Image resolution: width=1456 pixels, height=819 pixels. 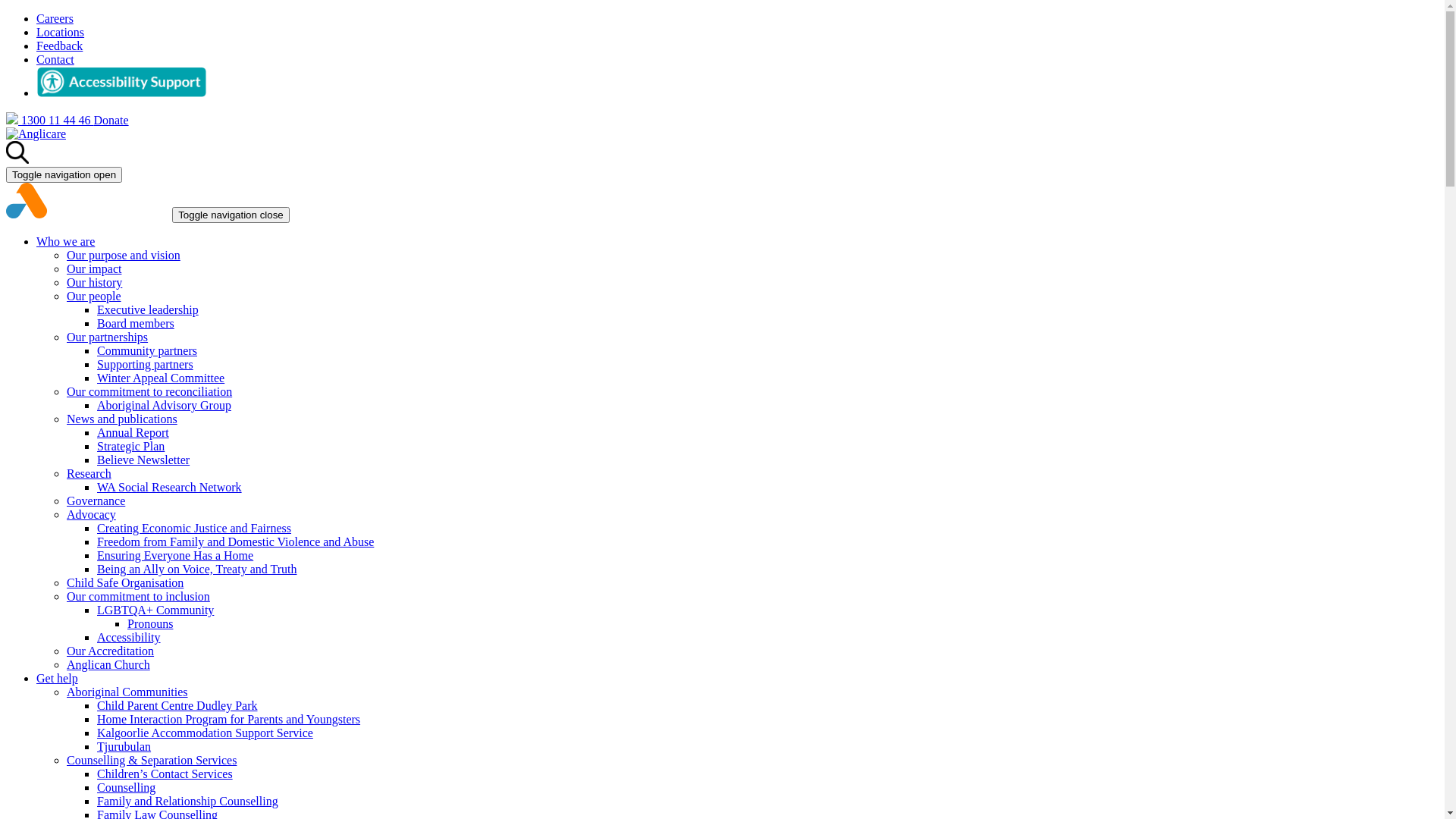 I want to click on 'Being an Ally on Voice, Treaty and Truth', so click(x=196, y=569).